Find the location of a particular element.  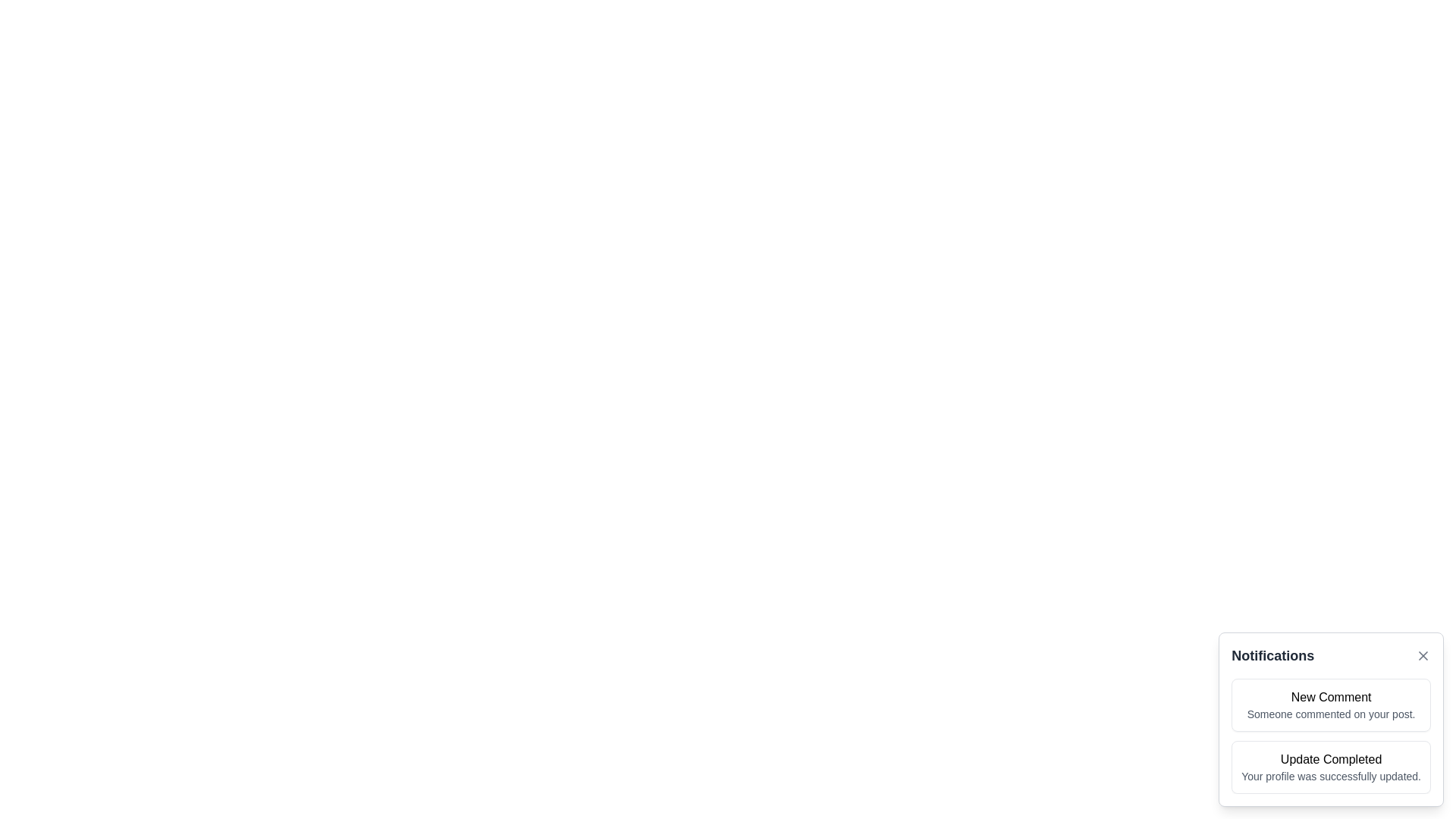

notification description provided by the Text Label located below the 'New Comment' title in the notification card is located at coordinates (1330, 714).